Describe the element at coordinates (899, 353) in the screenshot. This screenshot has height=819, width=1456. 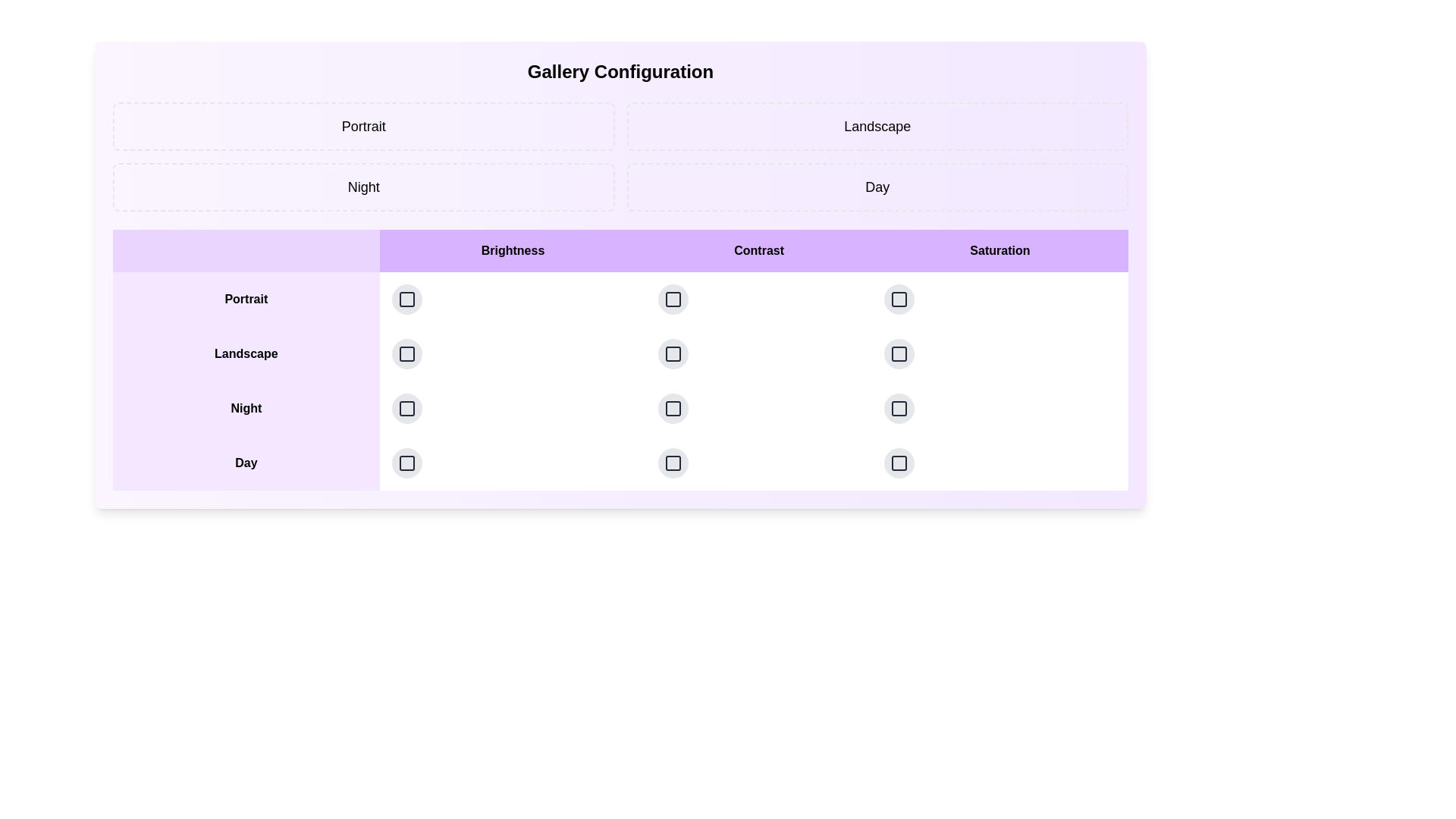
I see `the small, square-shaped interactive button with rounded corners` at that location.